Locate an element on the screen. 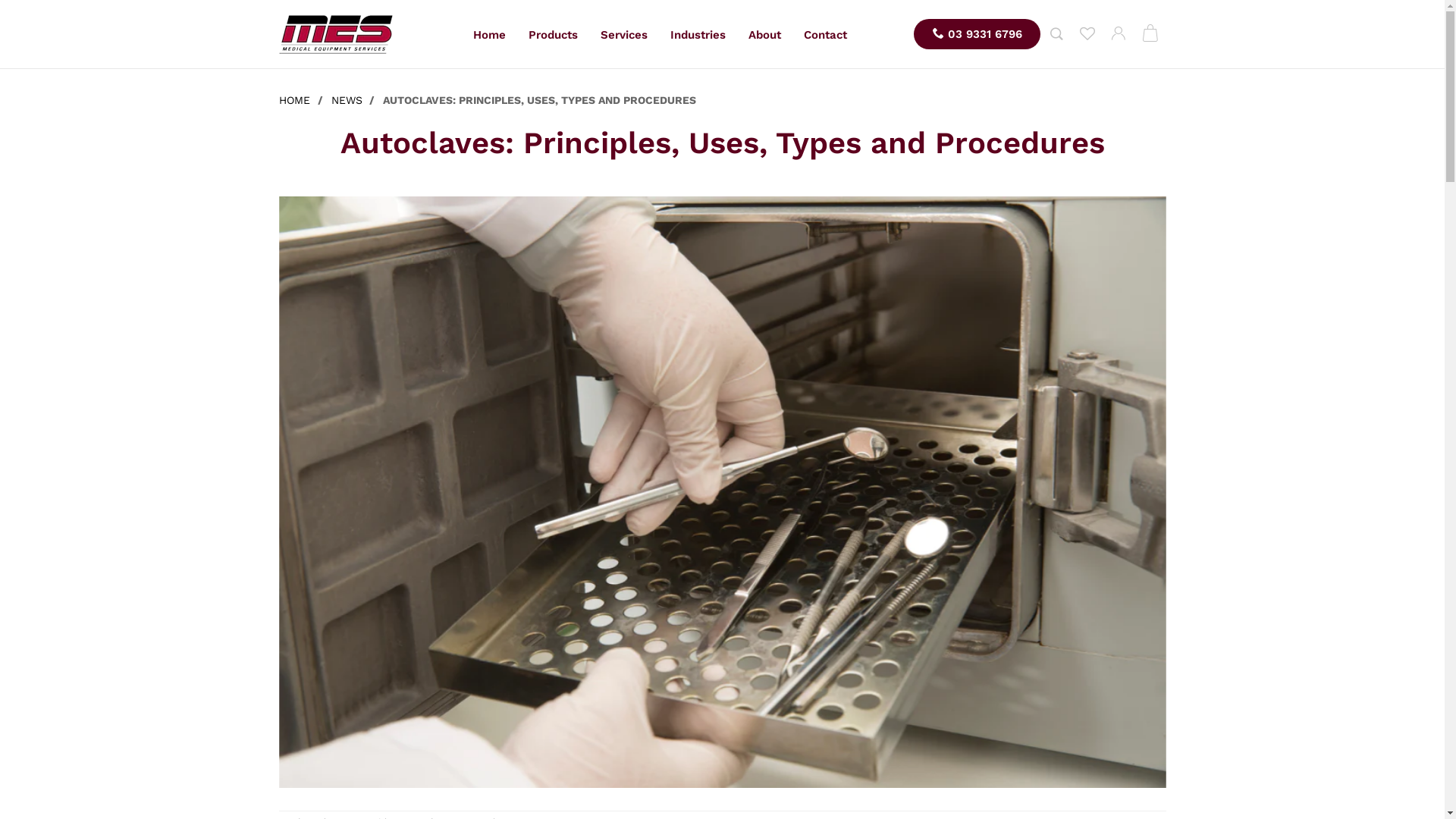 The image size is (1456, 819). 'MES' is located at coordinates (334, 34).